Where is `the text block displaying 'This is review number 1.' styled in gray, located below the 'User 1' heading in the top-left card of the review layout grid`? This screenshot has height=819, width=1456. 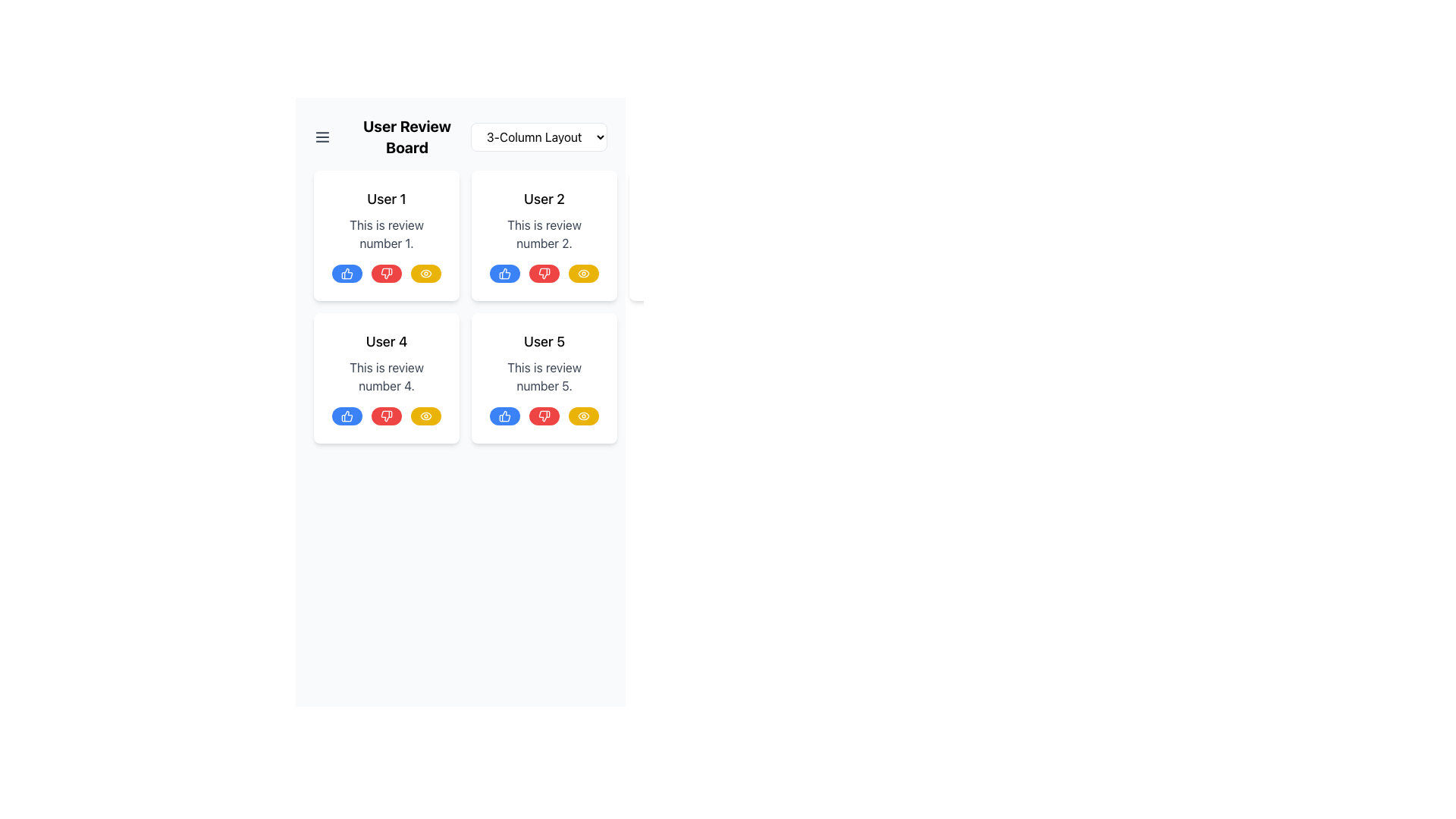 the text block displaying 'This is review number 1.' styled in gray, located below the 'User 1' heading in the top-left card of the review layout grid is located at coordinates (386, 234).